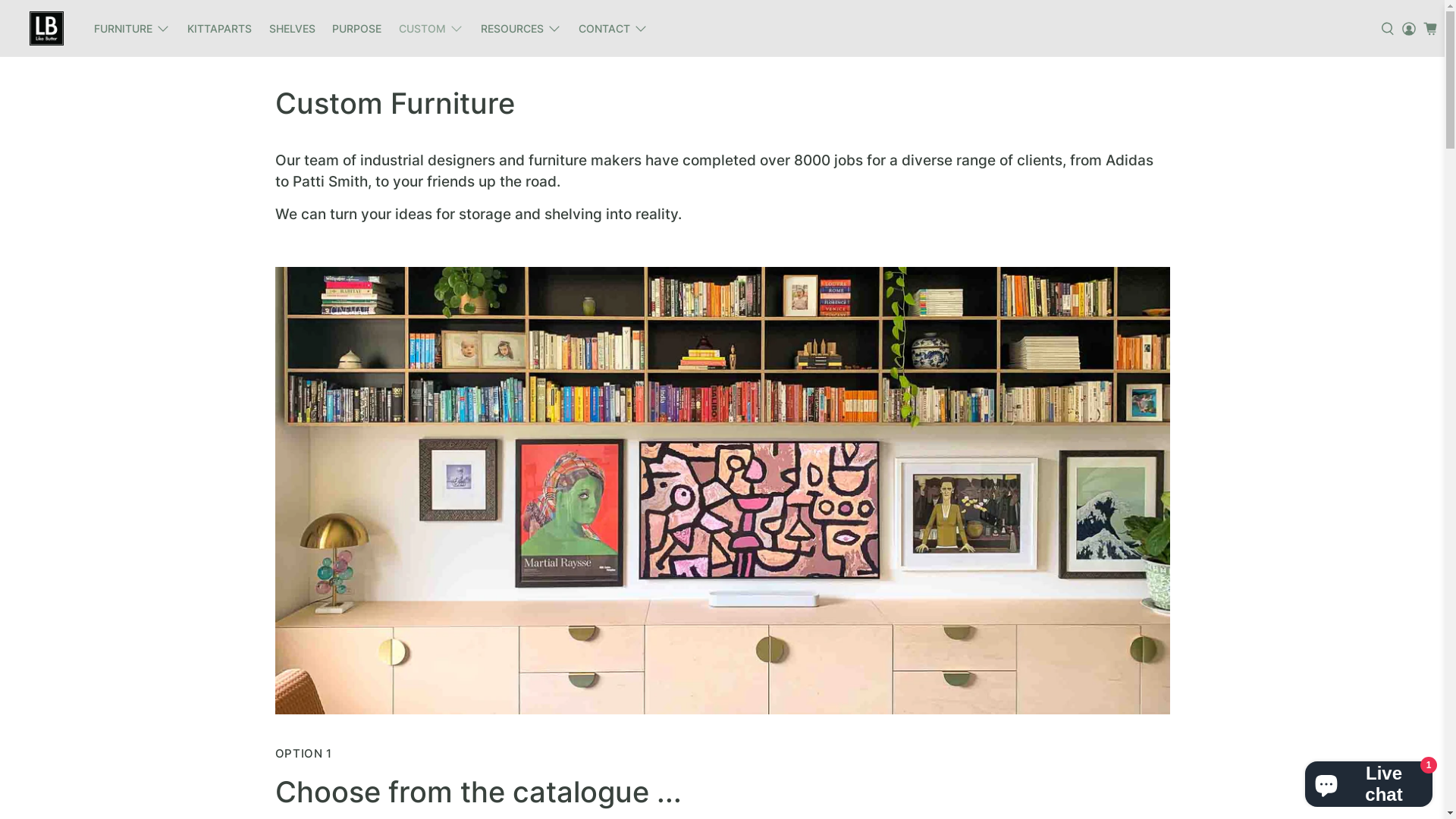 This screenshot has width=1456, height=819. Describe the element at coordinates (218, 28) in the screenshot. I see `'KITTAPARTS'` at that location.